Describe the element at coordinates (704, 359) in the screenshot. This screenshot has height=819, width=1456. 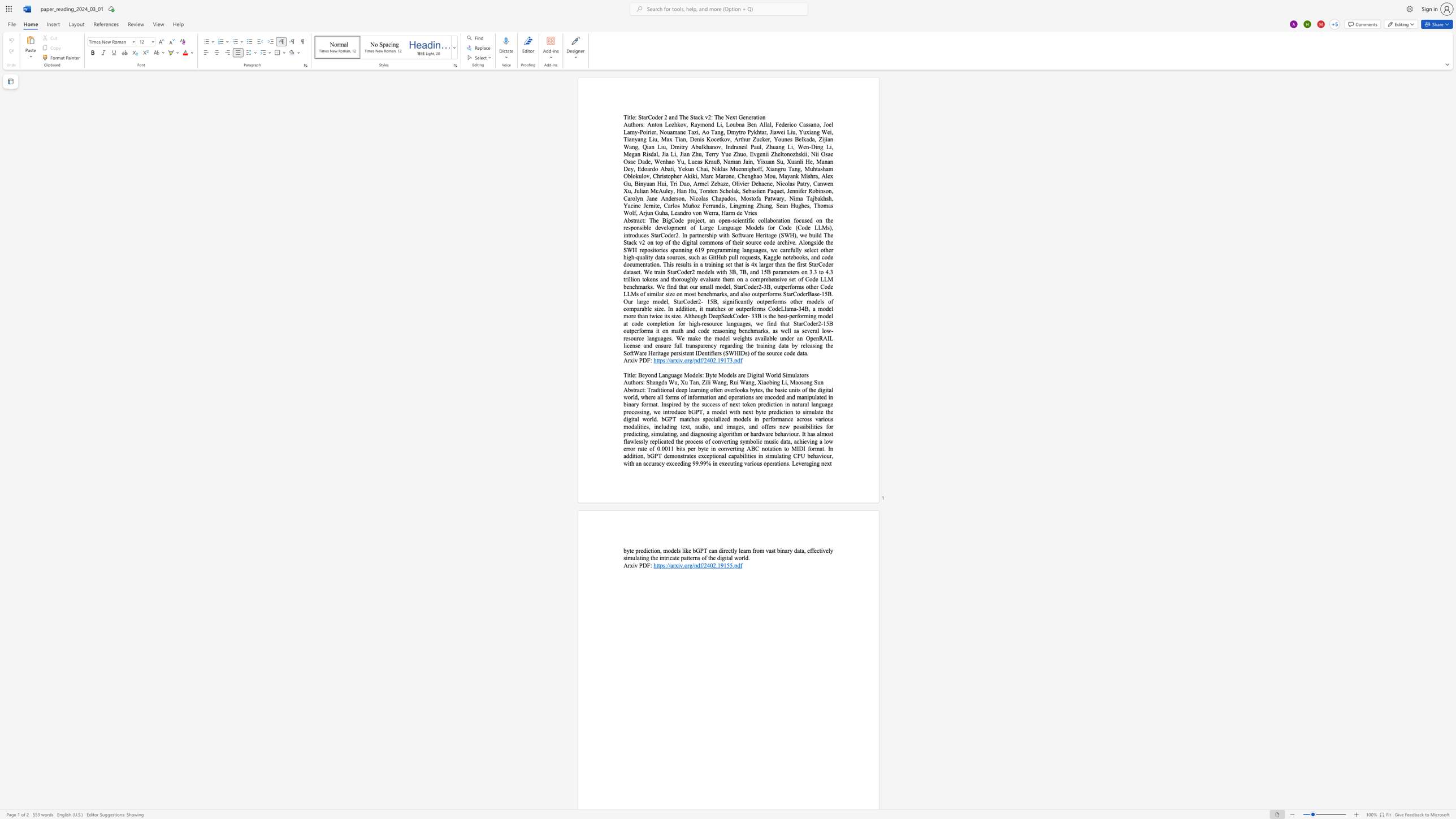
I see `the 1th character "2" in the text` at that location.